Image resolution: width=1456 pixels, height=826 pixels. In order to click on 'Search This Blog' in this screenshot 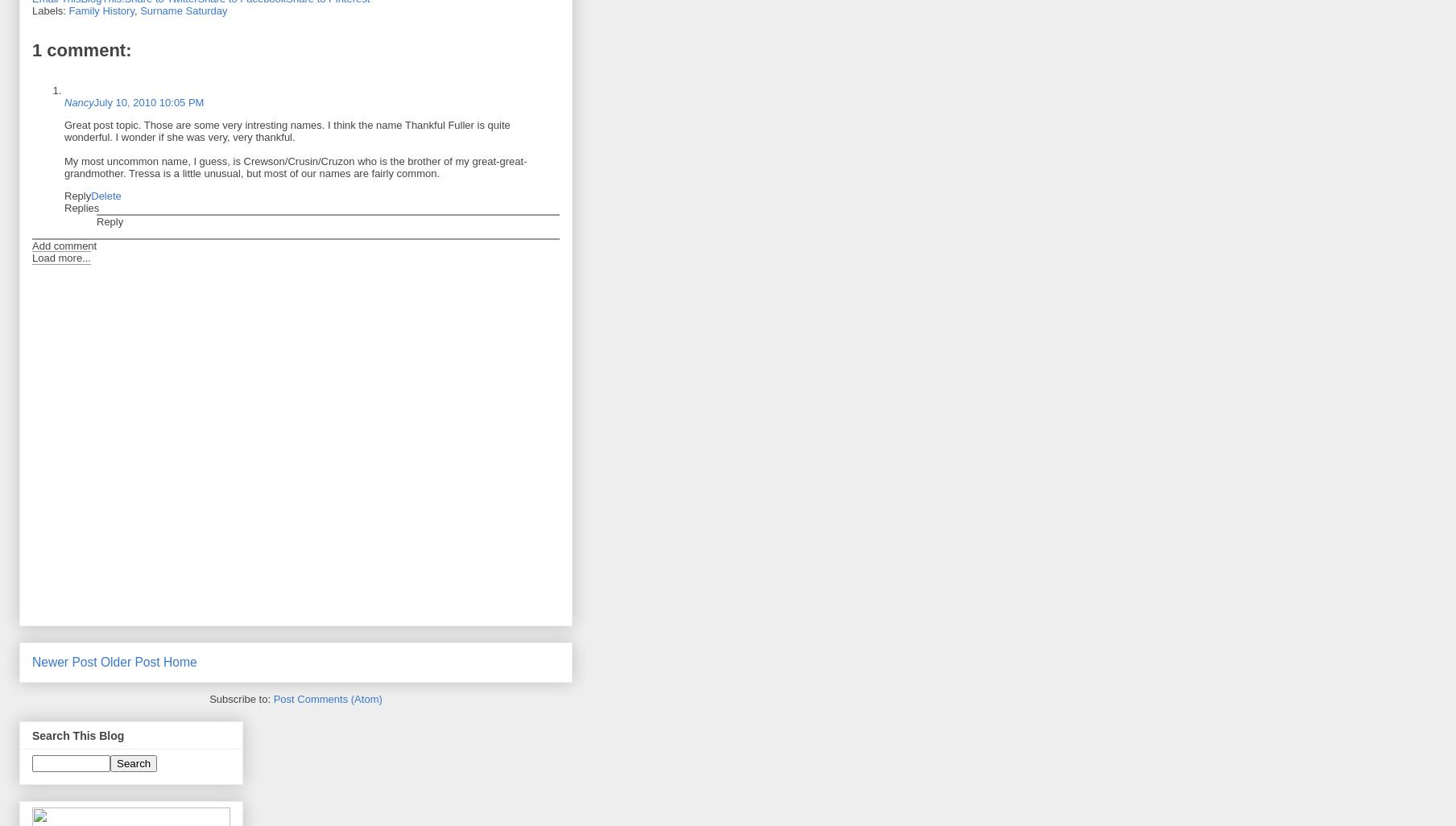, I will do `click(77, 734)`.